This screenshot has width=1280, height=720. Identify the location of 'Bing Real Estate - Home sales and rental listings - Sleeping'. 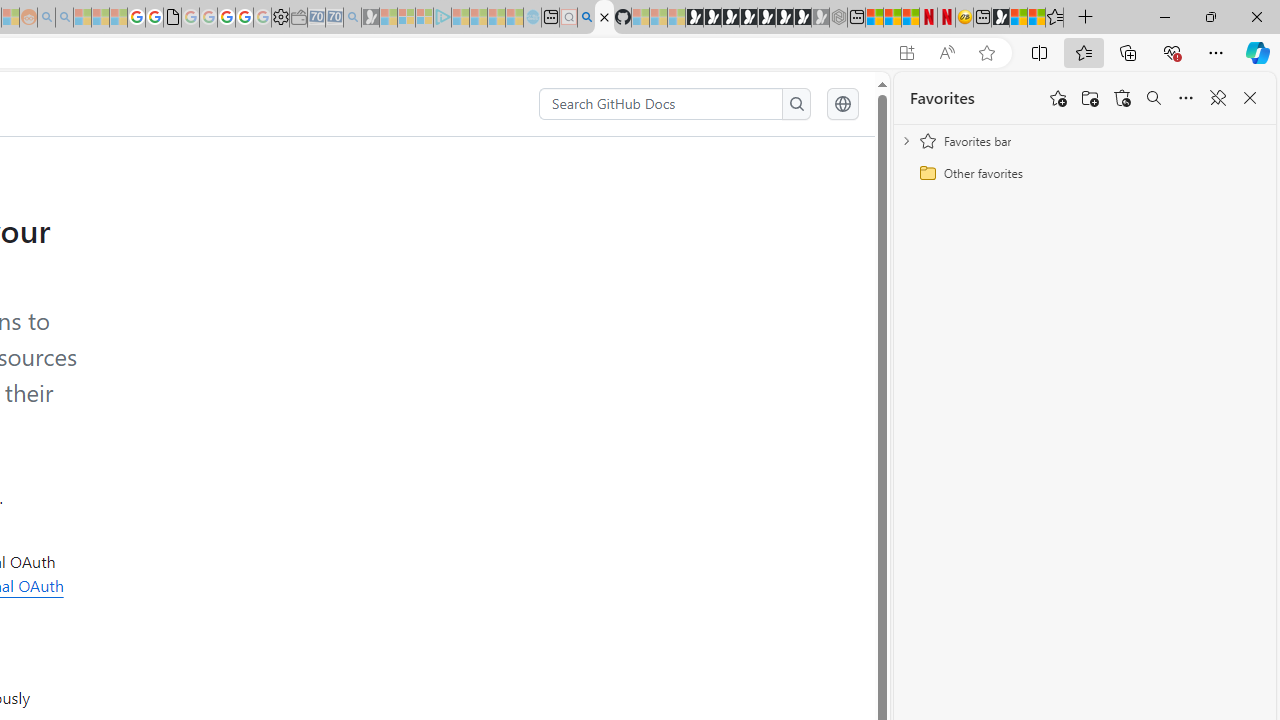
(352, 17).